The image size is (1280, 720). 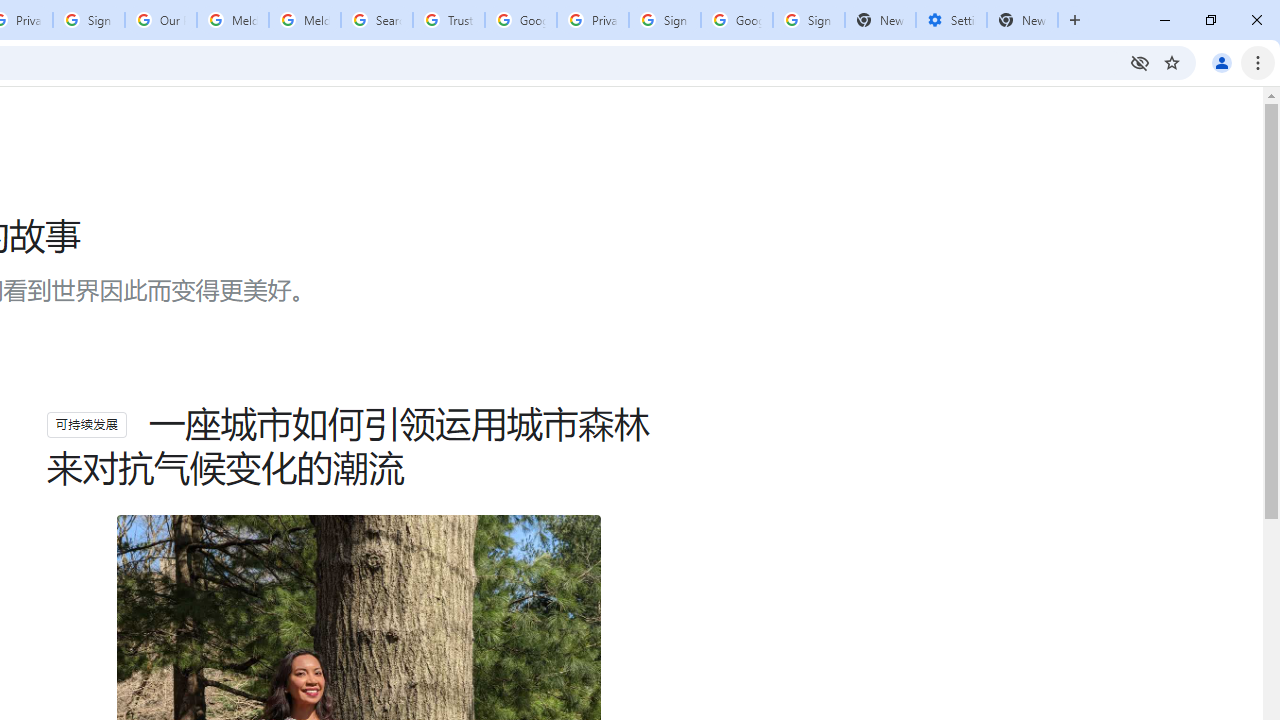 What do you see at coordinates (1022, 20) in the screenshot?
I see `'New Tab'` at bounding box center [1022, 20].